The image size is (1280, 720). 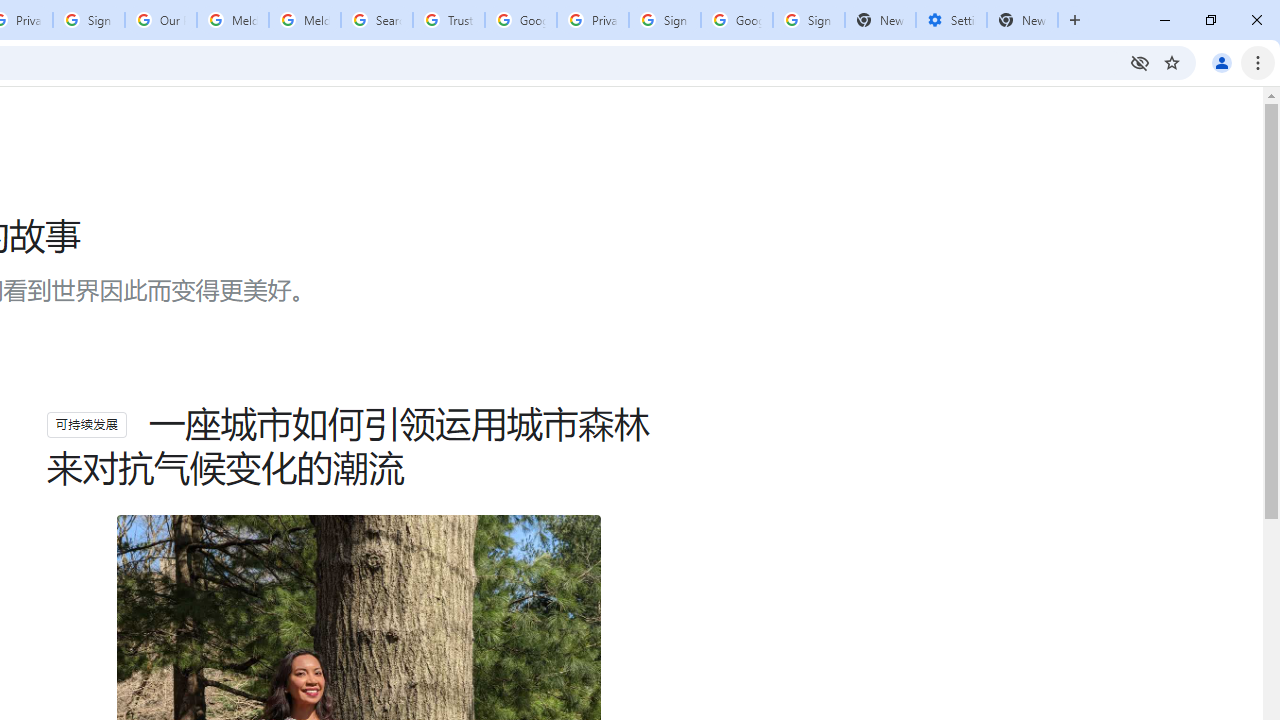 What do you see at coordinates (1022, 20) in the screenshot?
I see `'New Tab'` at bounding box center [1022, 20].